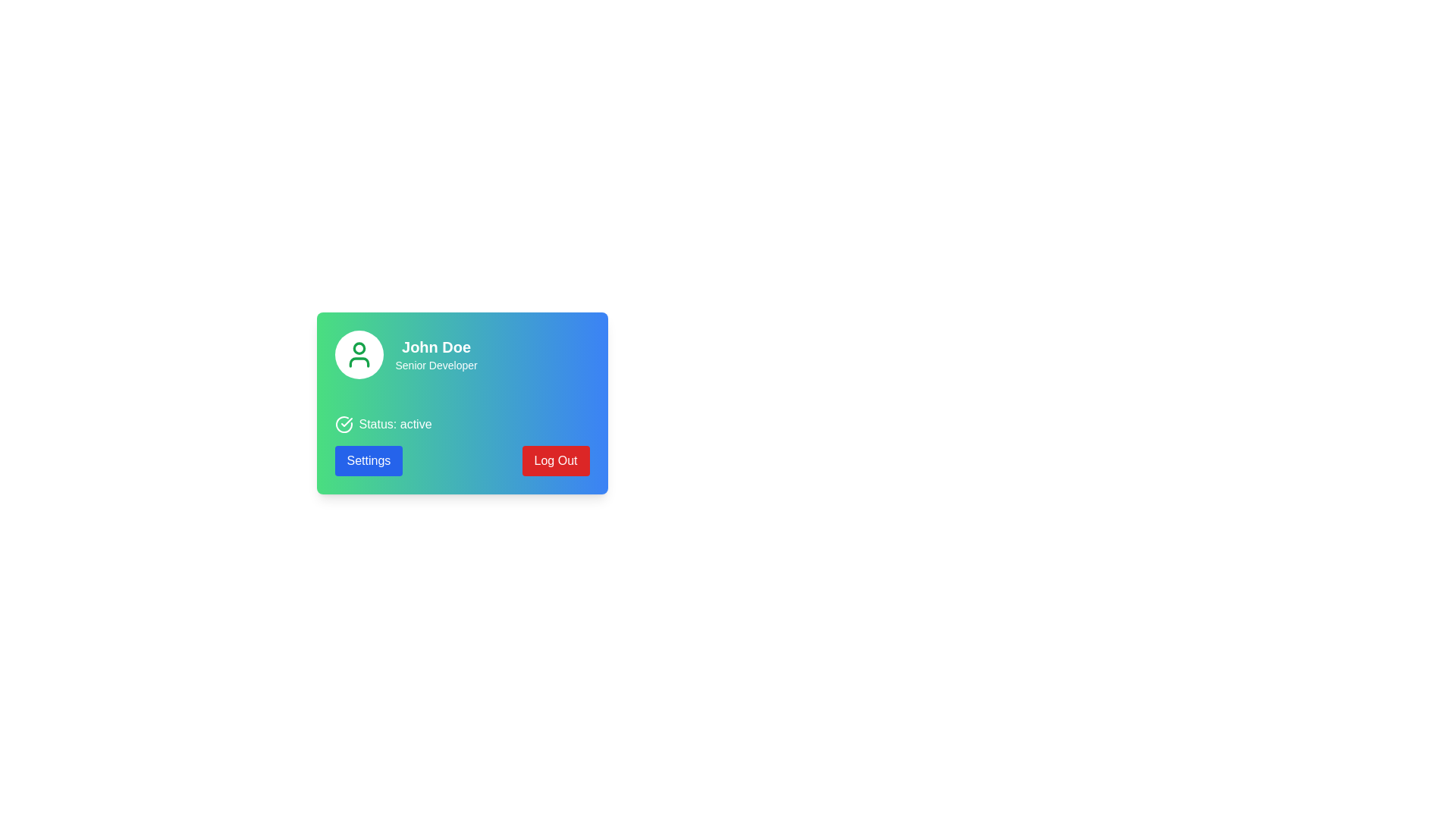 This screenshot has width=1456, height=819. What do you see at coordinates (435, 347) in the screenshot?
I see `the static text displaying the user's name, which is located above the 'Senior Developer' text and to the right of the avatar icon` at bounding box center [435, 347].